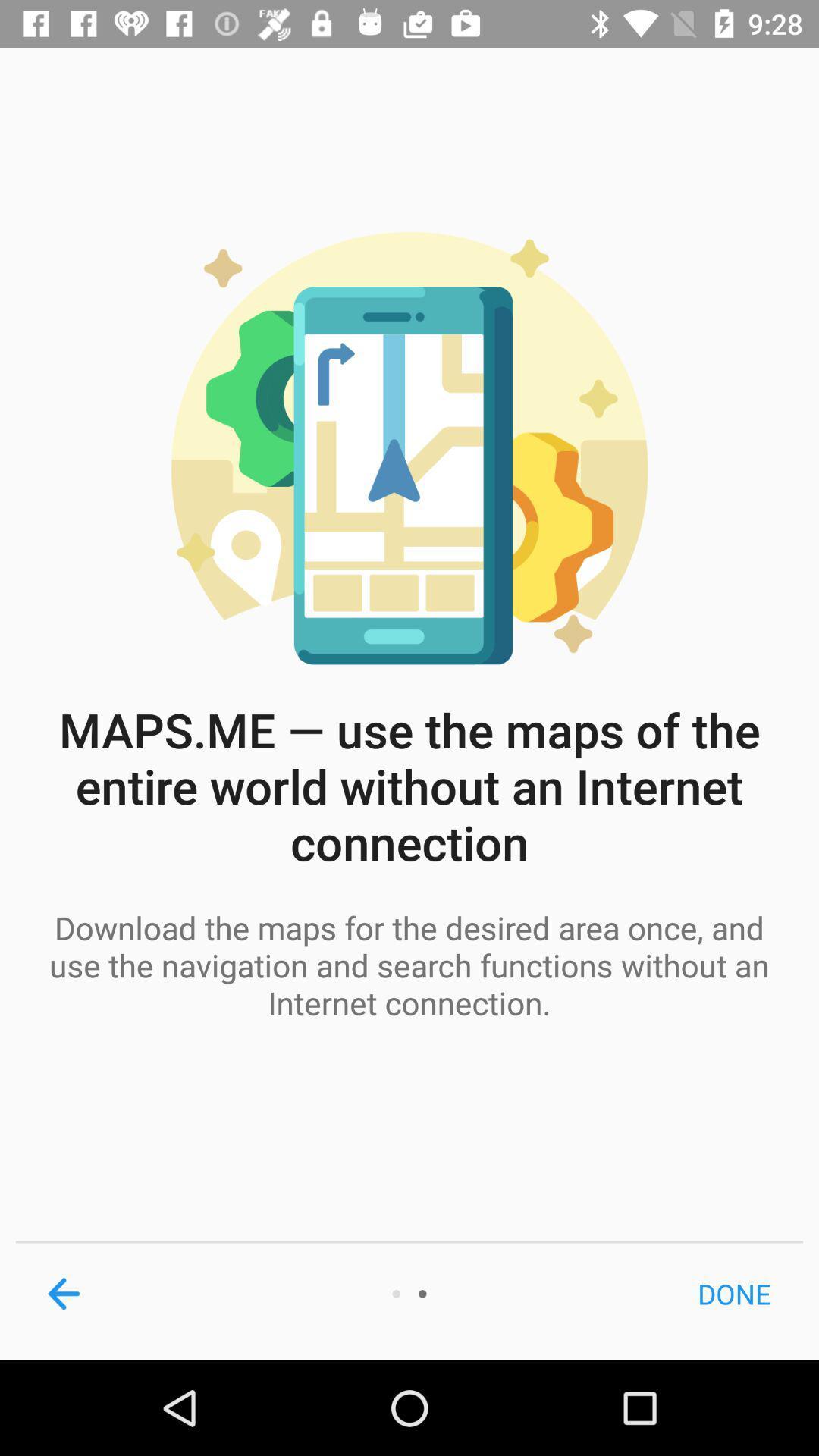 The width and height of the screenshot is (819, 1456). Describe the element at coordinates (733, 1293) in the screenshot. I see `done item` at that location.